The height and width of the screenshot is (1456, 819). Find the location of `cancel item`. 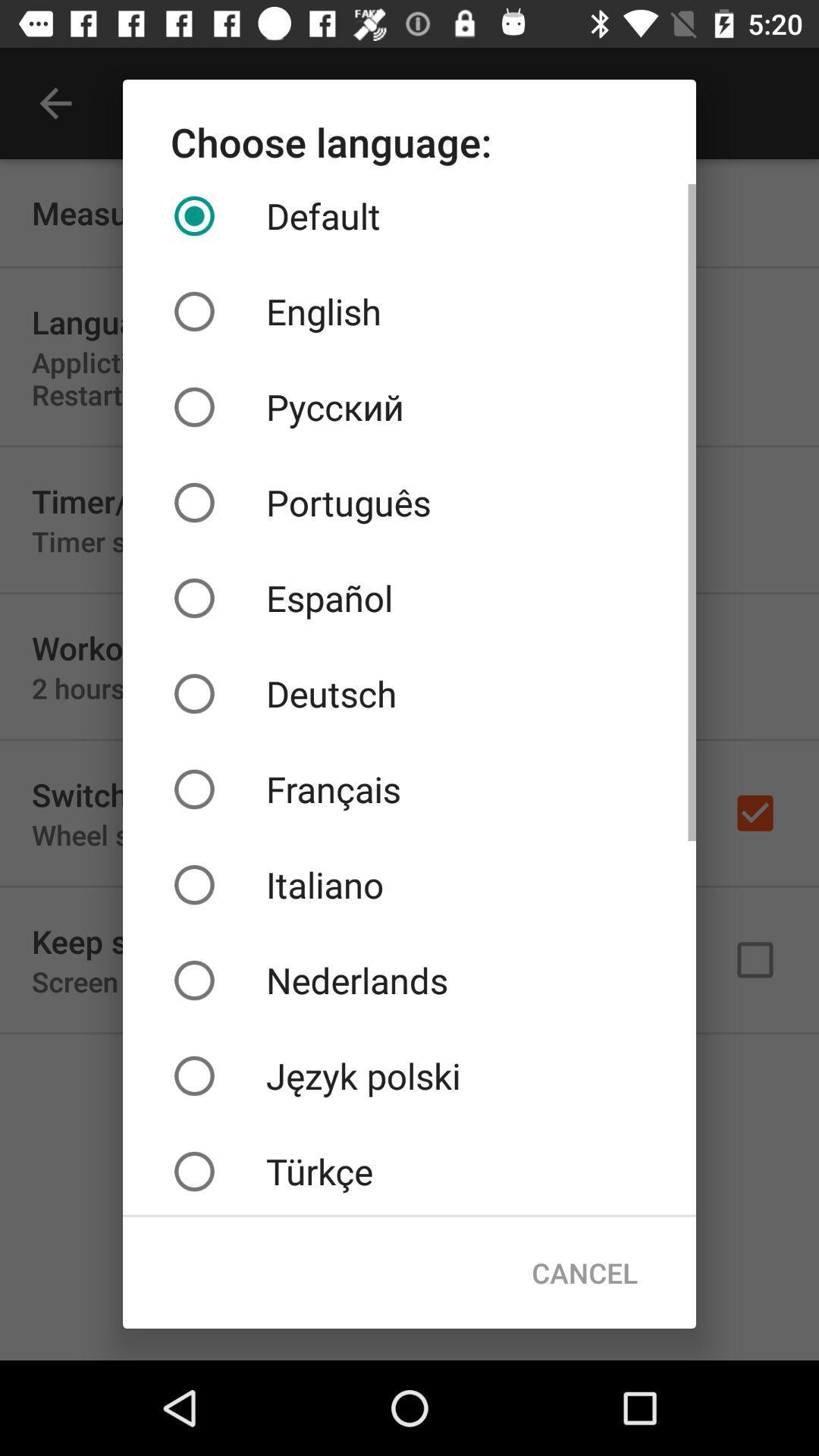

cancel item is located at coordinates (584, 1272).